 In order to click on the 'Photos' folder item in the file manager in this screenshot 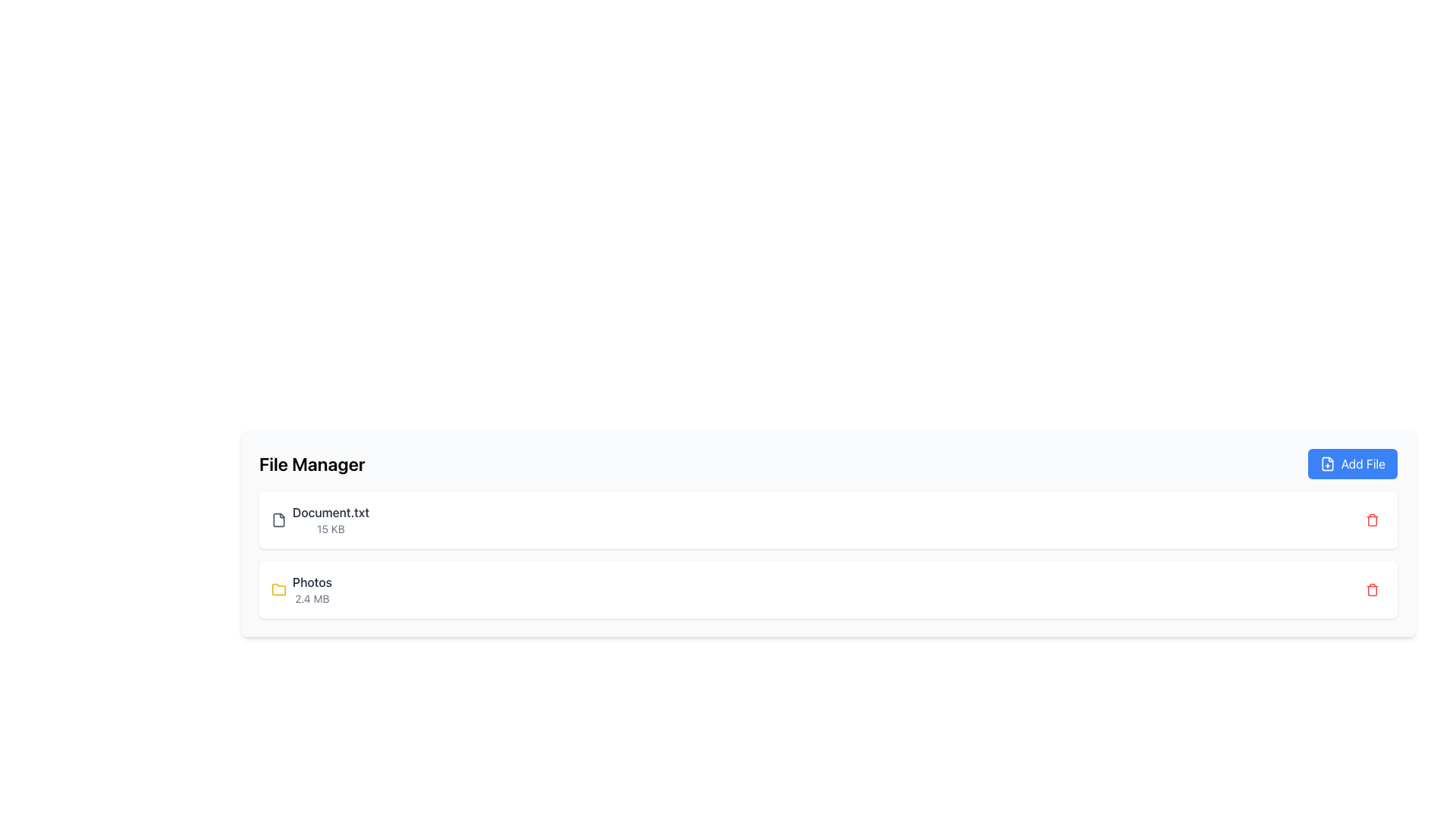, I will do `click(312, 589)`.